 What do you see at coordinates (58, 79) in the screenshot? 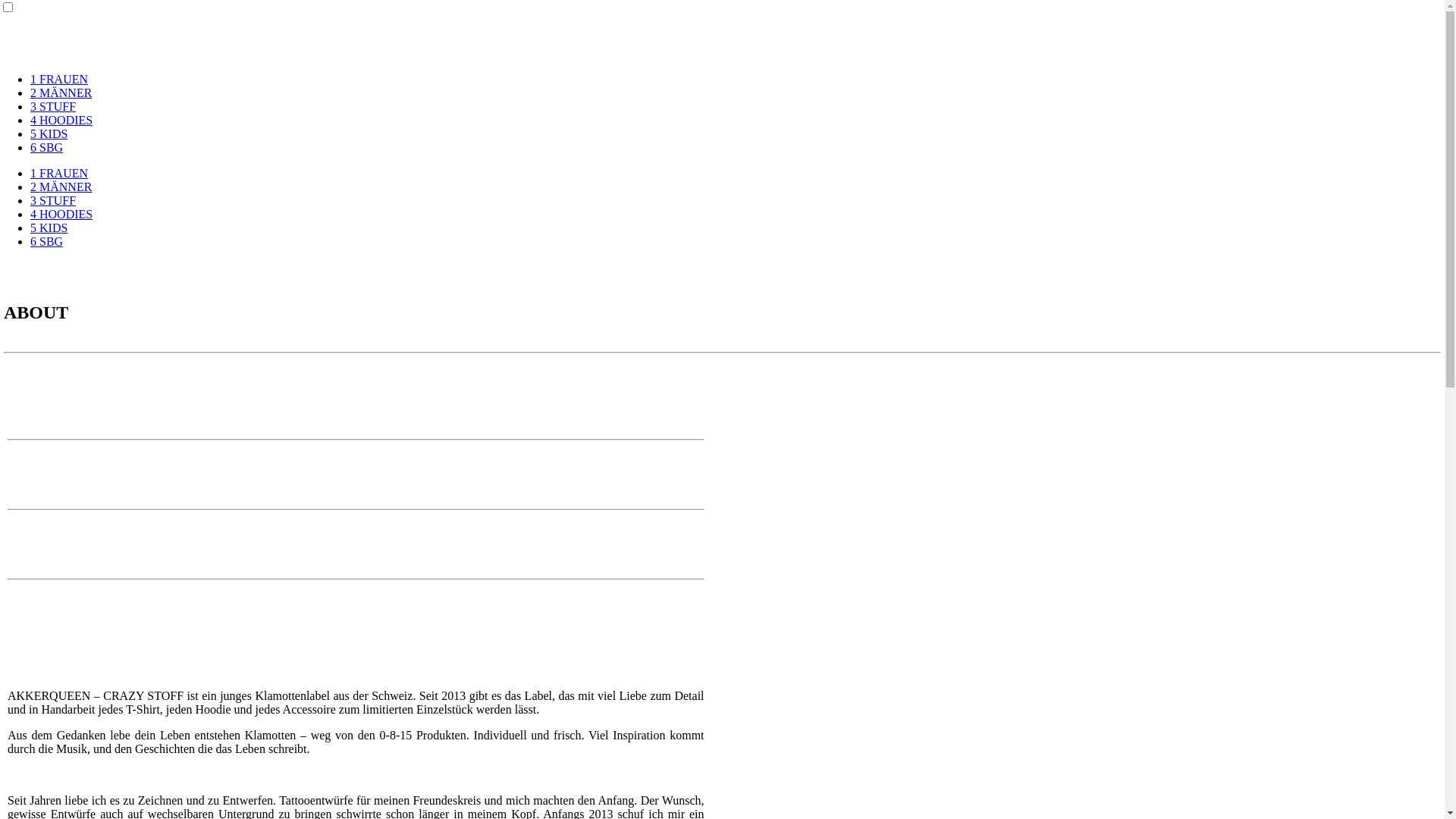
I see `'1 FRAUEN'` at bounding box center [58, 79].